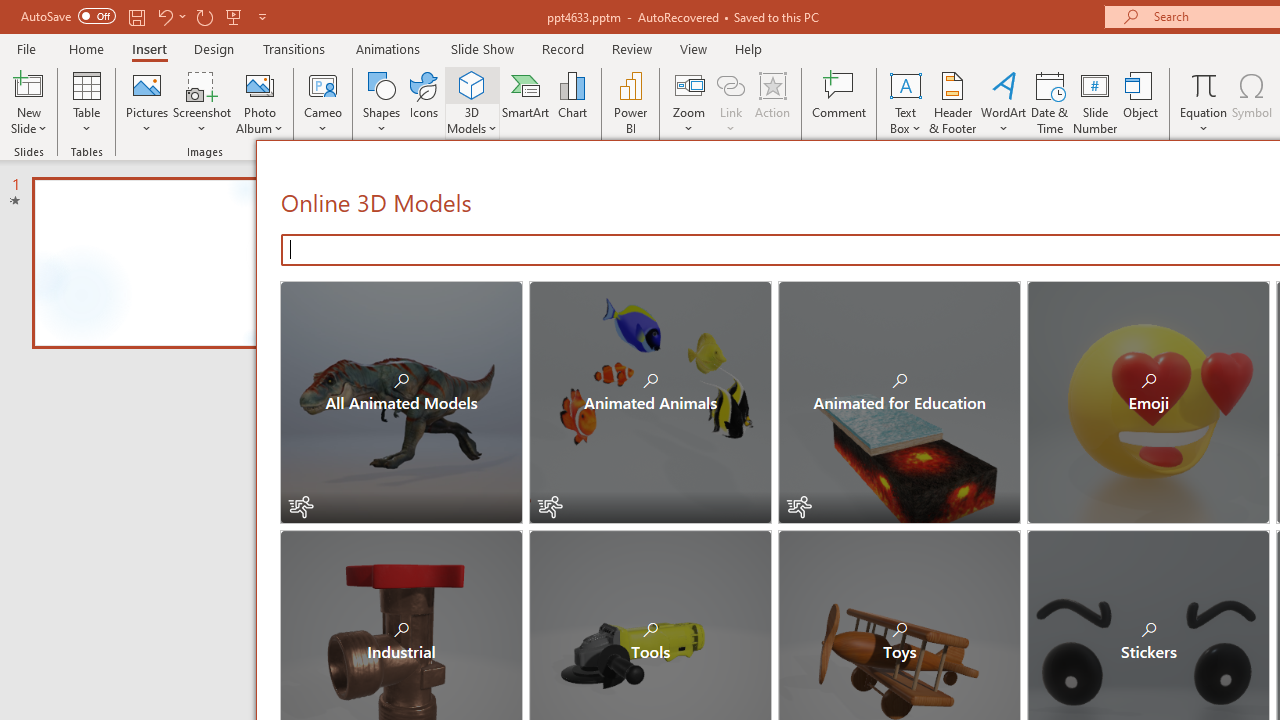  What do you see at coordinates (1049, 103) in the screenshot?
I see `'Date & Time...'` at bounding box center [1049, 103].